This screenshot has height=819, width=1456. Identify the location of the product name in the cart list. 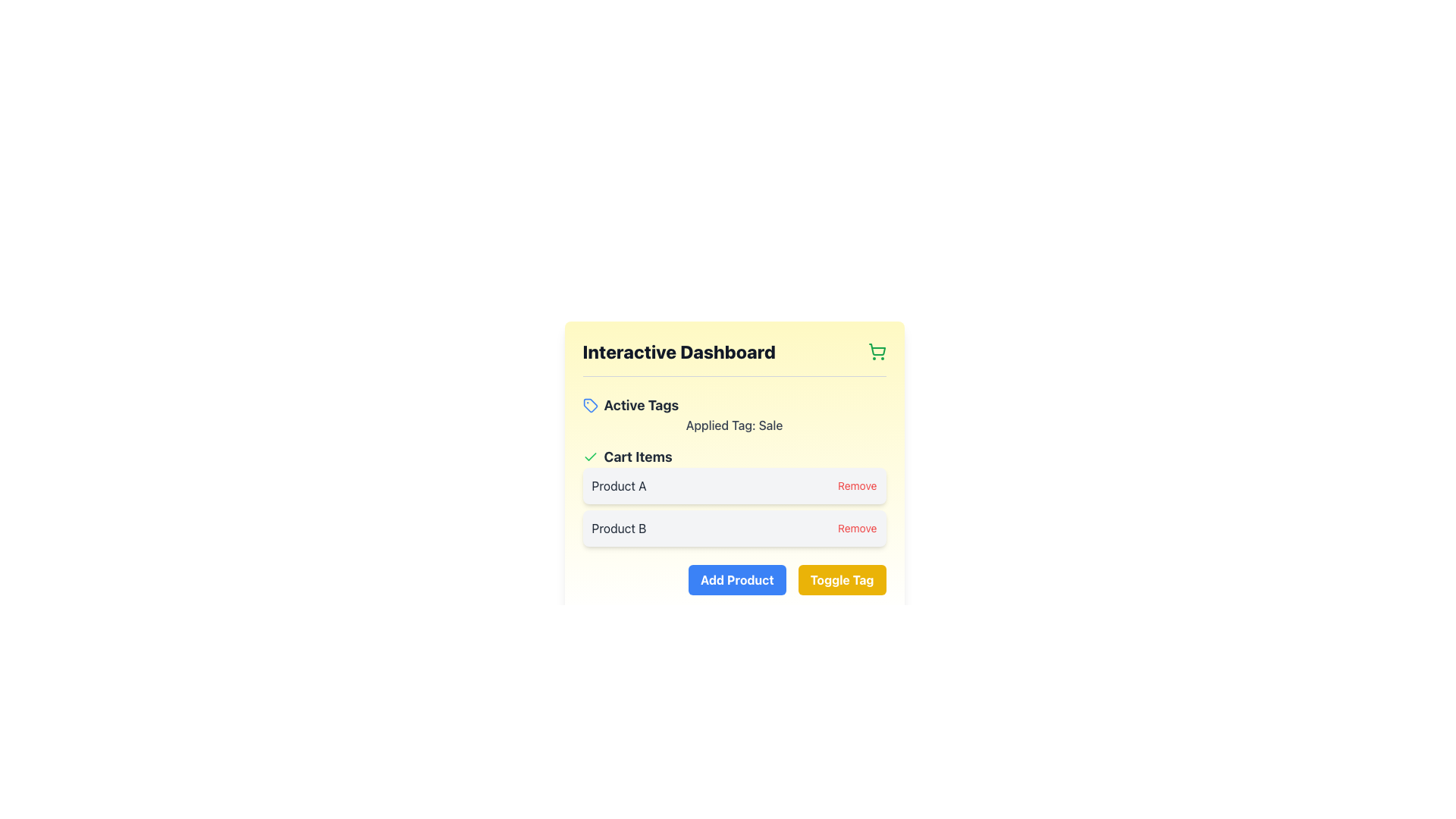
(734, 497).